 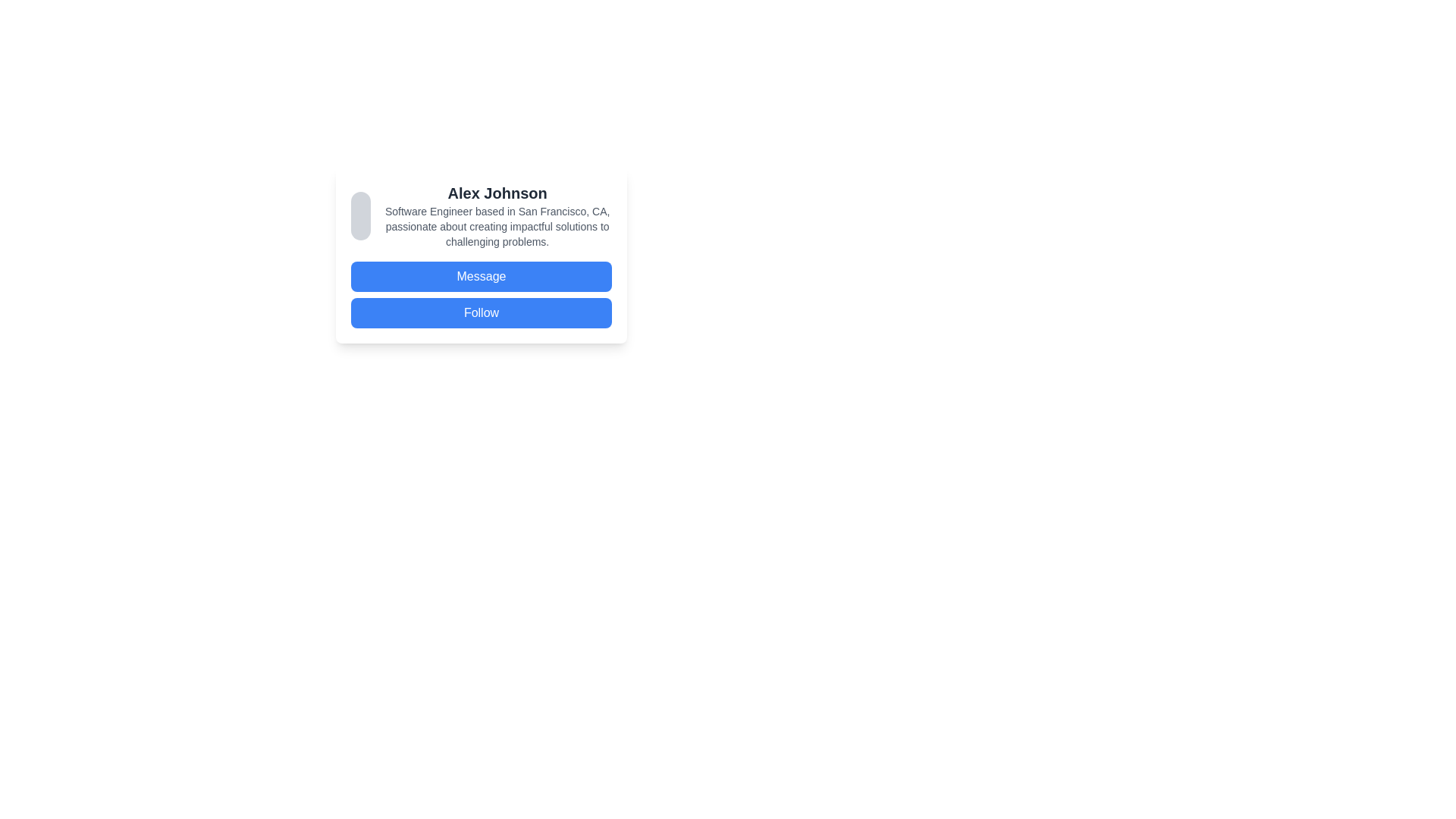 I want to click on the prominent text label displaying 'Alex Johnson', which is styled boldly and located at the center-top of the UI card, so click(x=497, y=192).